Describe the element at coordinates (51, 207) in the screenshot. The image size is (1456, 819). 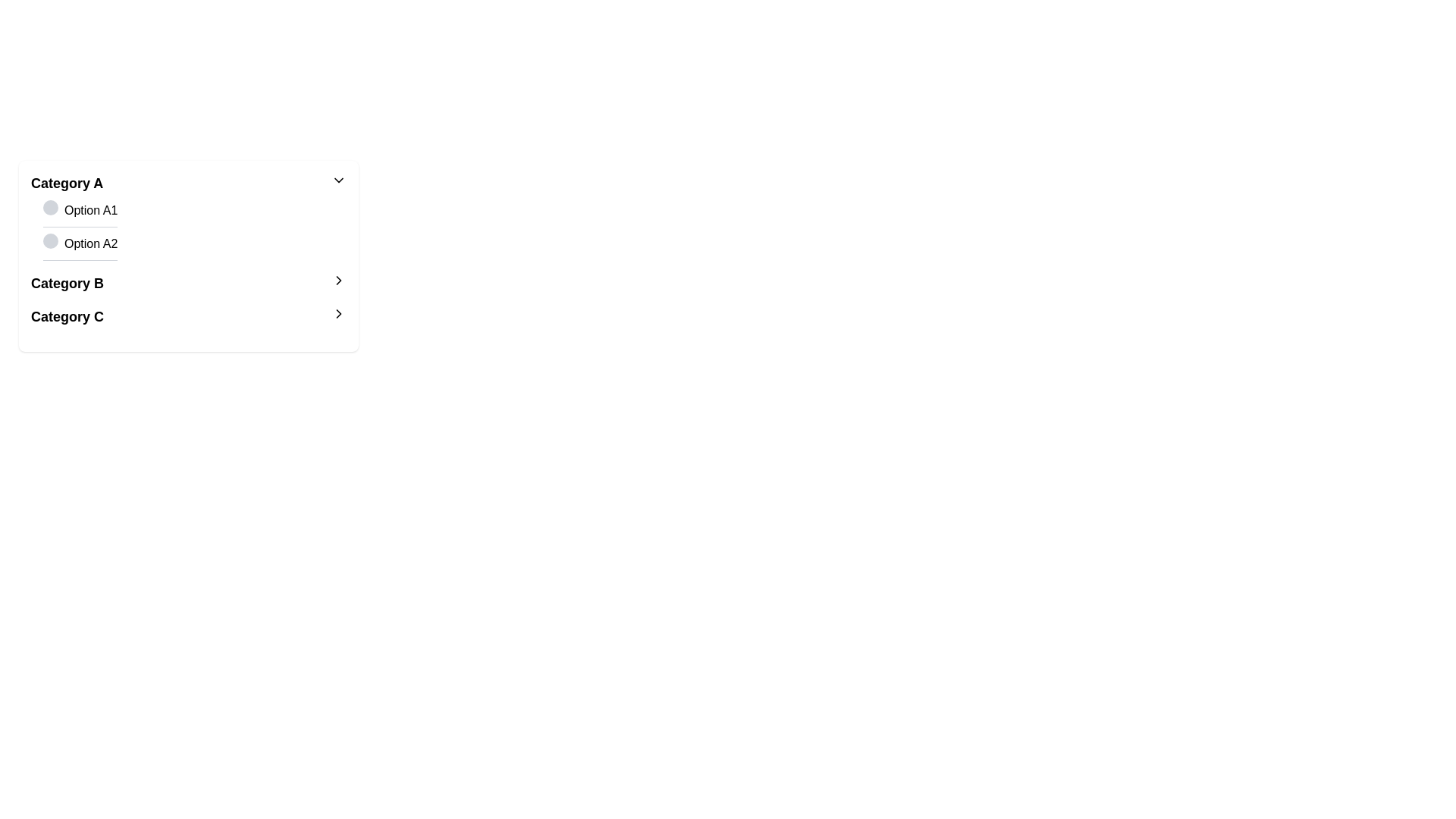
I see `the gray circular icon located next to the text 'Option A1' under the 'Category A' menu to use it as a reference for the corresponding textual option` at that location.